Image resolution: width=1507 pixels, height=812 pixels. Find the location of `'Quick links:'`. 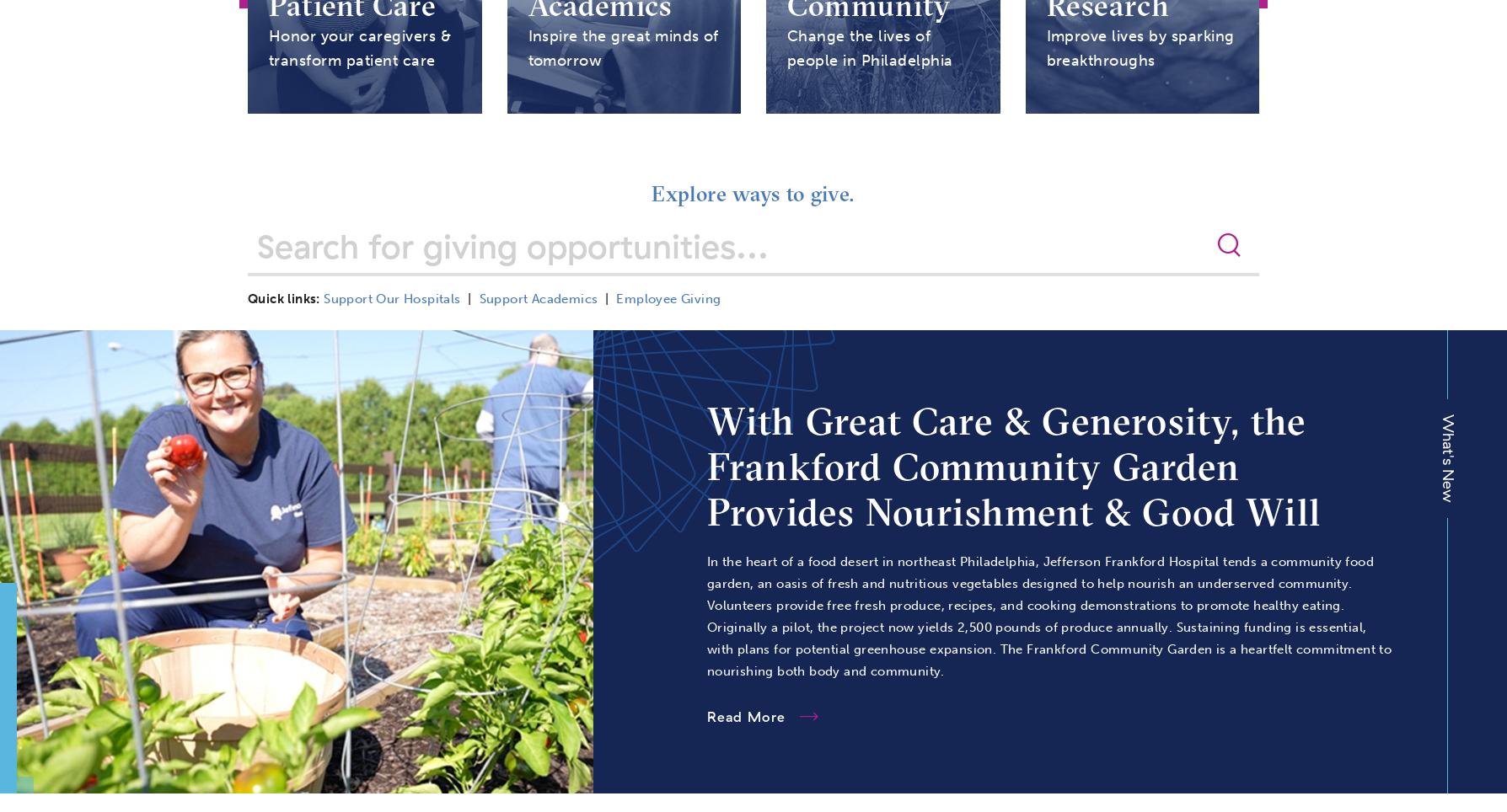

'Quick links:' is located at coordinates (282, 298).